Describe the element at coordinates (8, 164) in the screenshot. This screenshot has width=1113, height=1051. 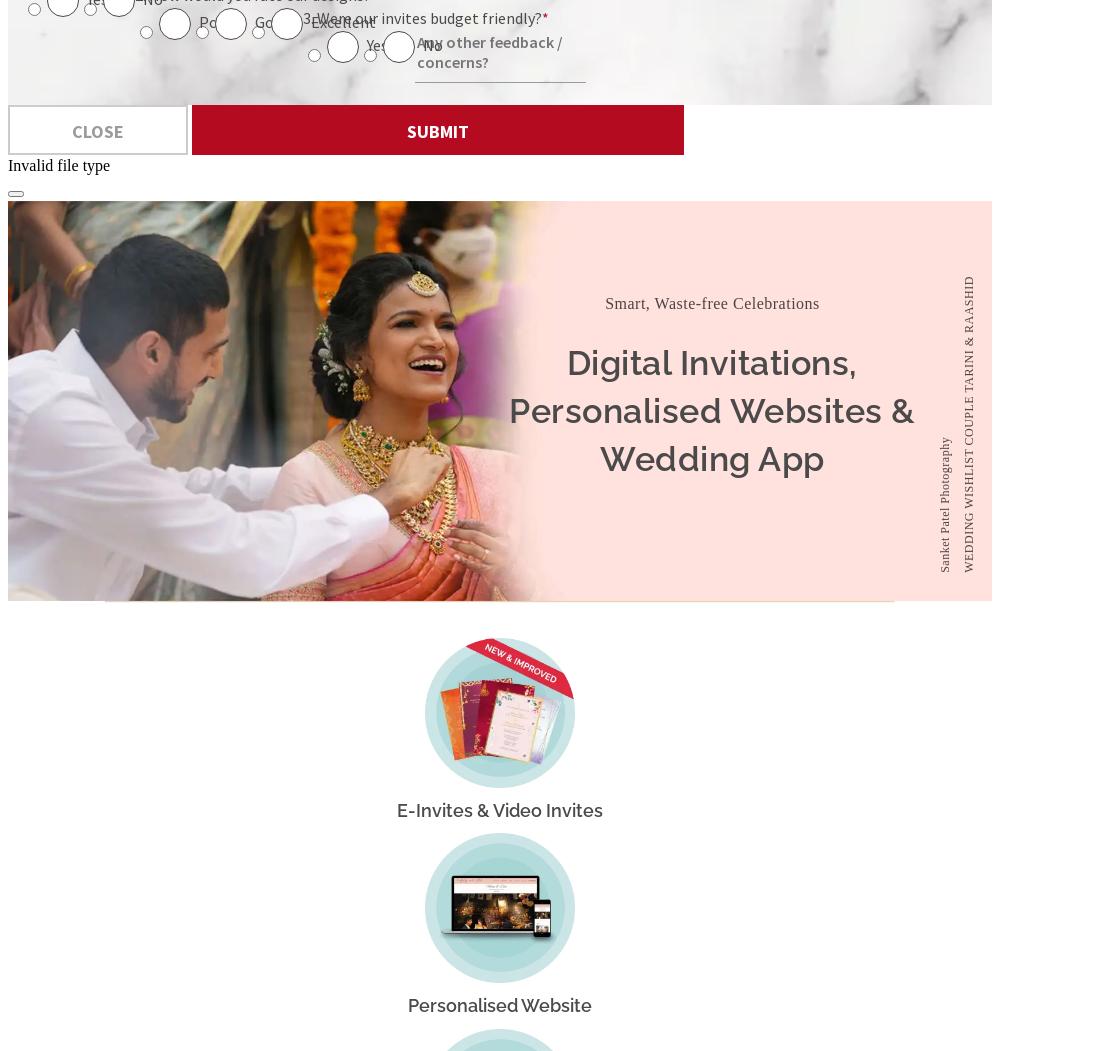
I see `'Invalid file type'` at that location.